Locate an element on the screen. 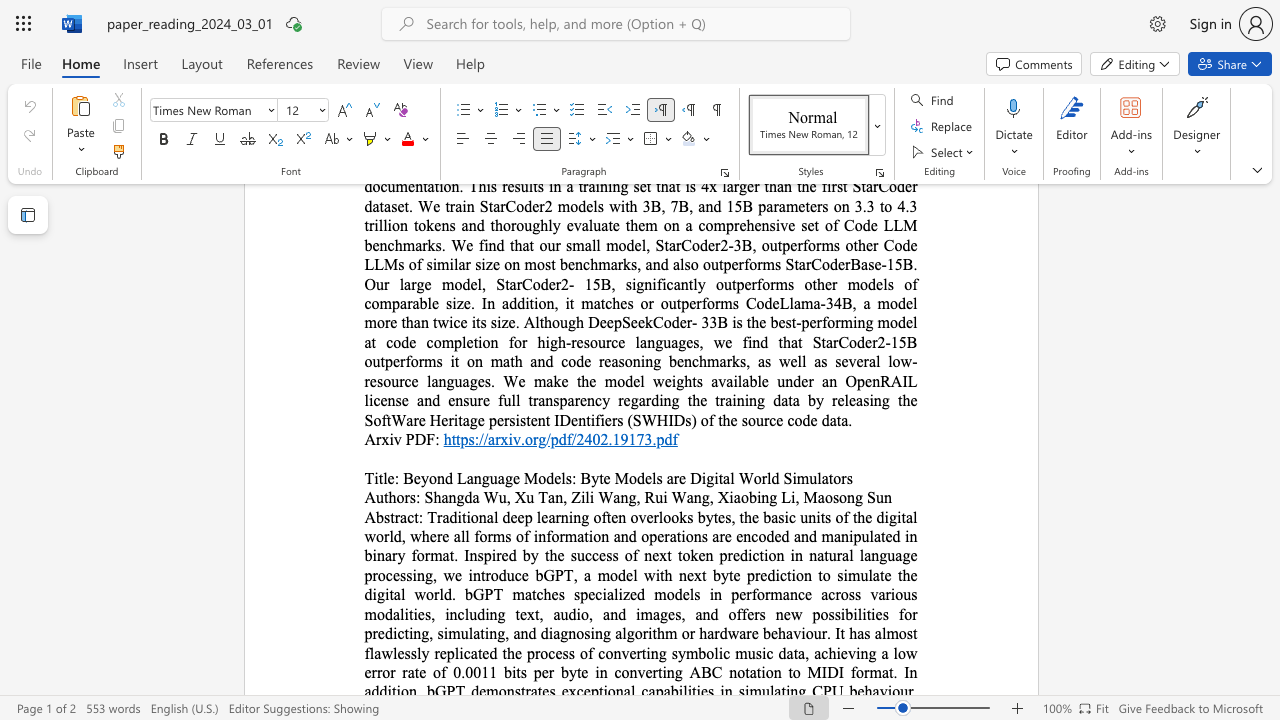 Image resolution: width=1280 pixels, height=720 pixels. the subset text "tor" within the text "Beyond Language Models: Byte Models are Digital World Simulators" is located at coordinates (828, 478).